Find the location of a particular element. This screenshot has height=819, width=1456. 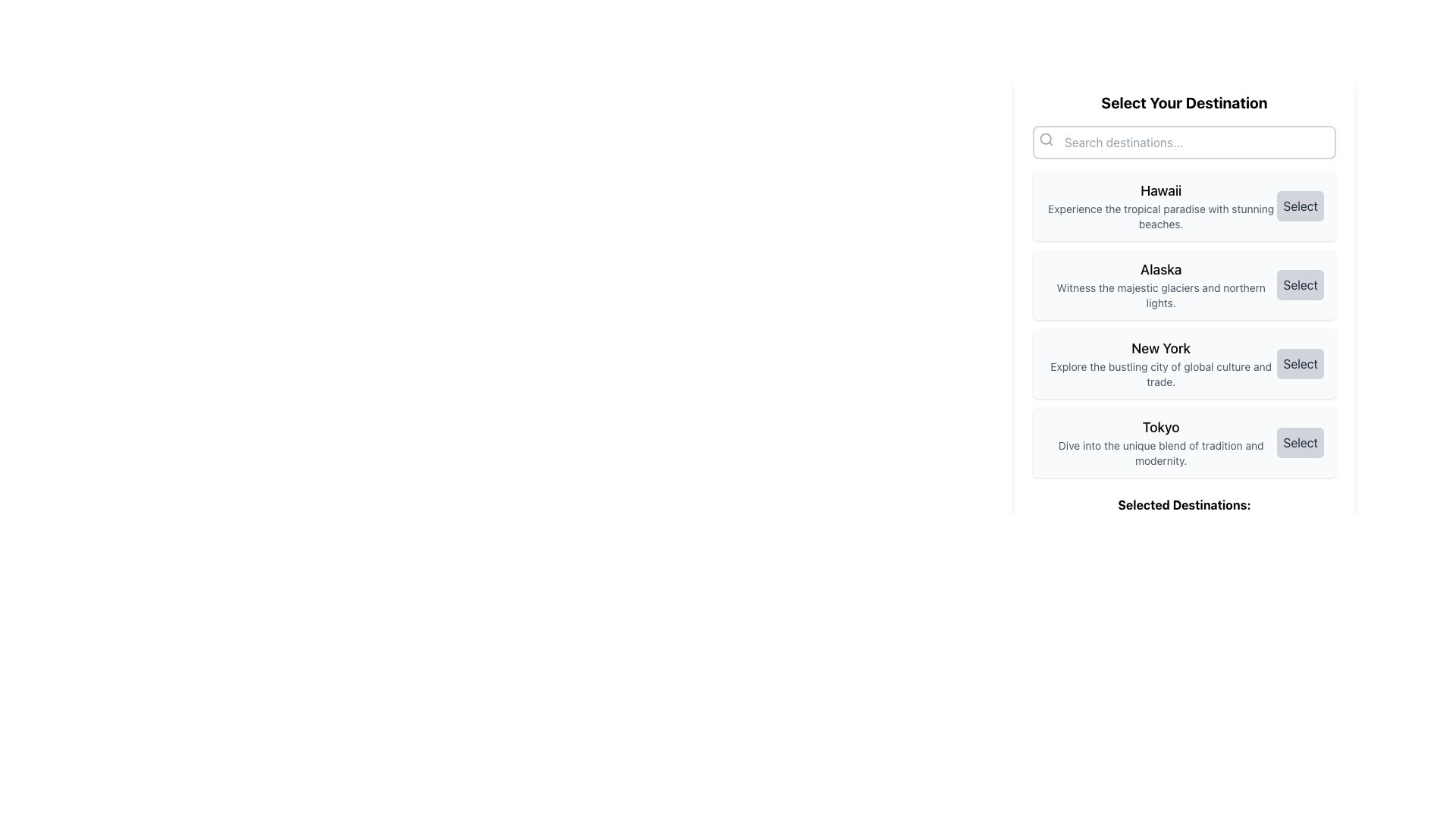

the text label displaying 'Hawaii' which is the topmost entry in the list of destination options, located below the search bar is located at coordinates (1160, 206).